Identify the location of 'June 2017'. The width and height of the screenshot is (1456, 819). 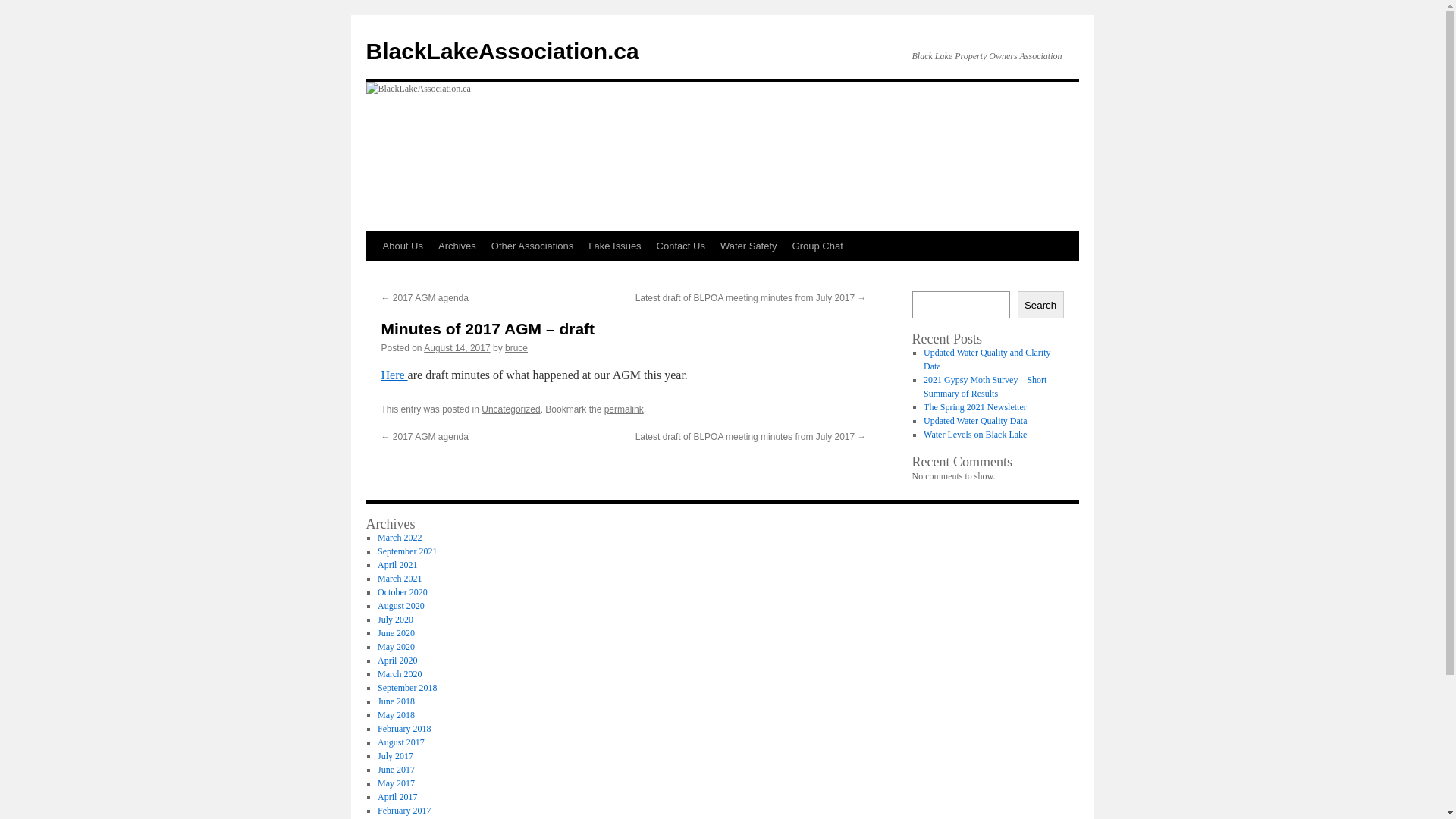
(378, 769).